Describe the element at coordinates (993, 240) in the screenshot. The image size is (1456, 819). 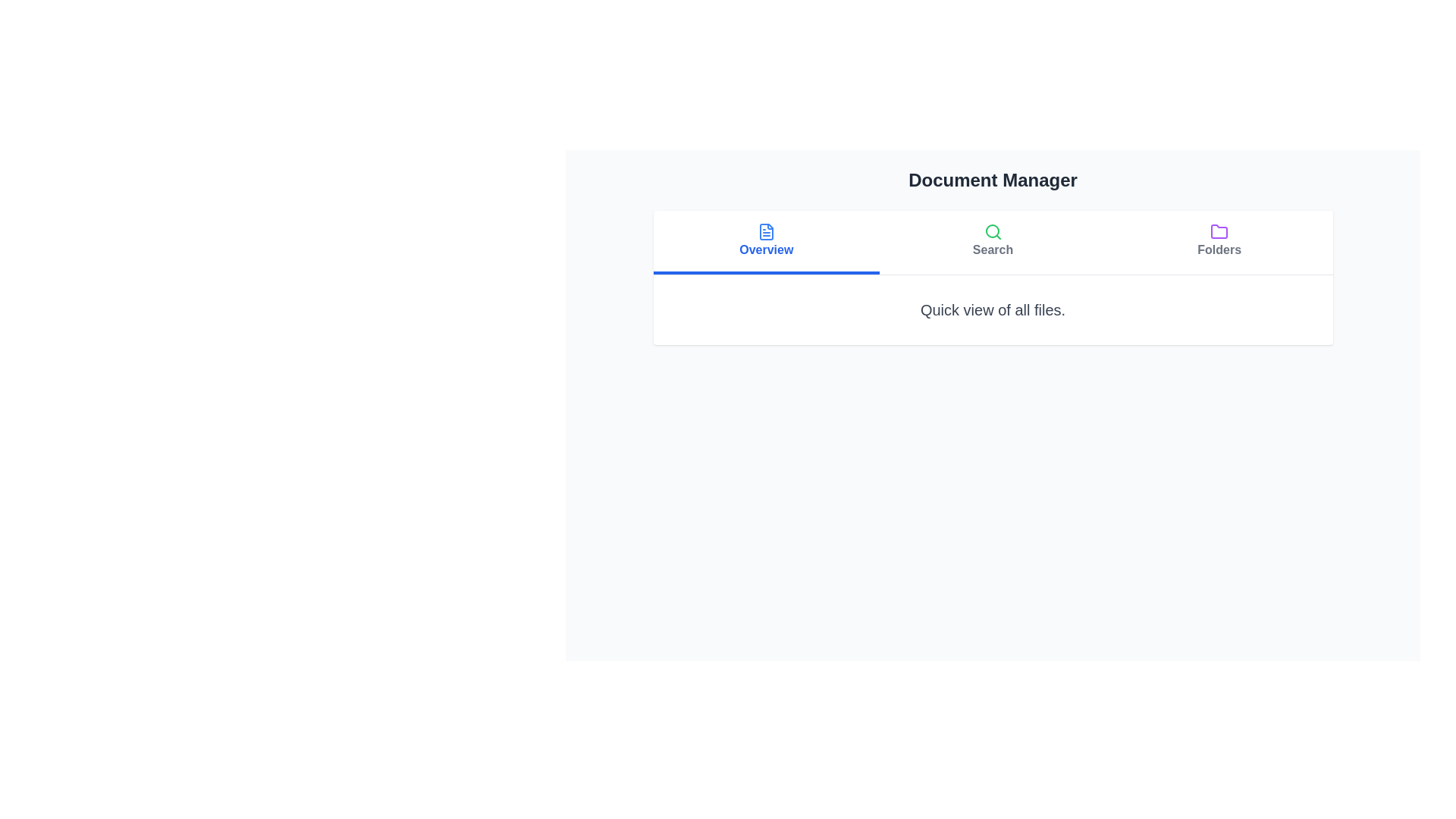
I see `the 'Search' feature icon, which is represented by a green magnifying glass and is located in the center of the menu bar under 'Document Manager'` at that location.